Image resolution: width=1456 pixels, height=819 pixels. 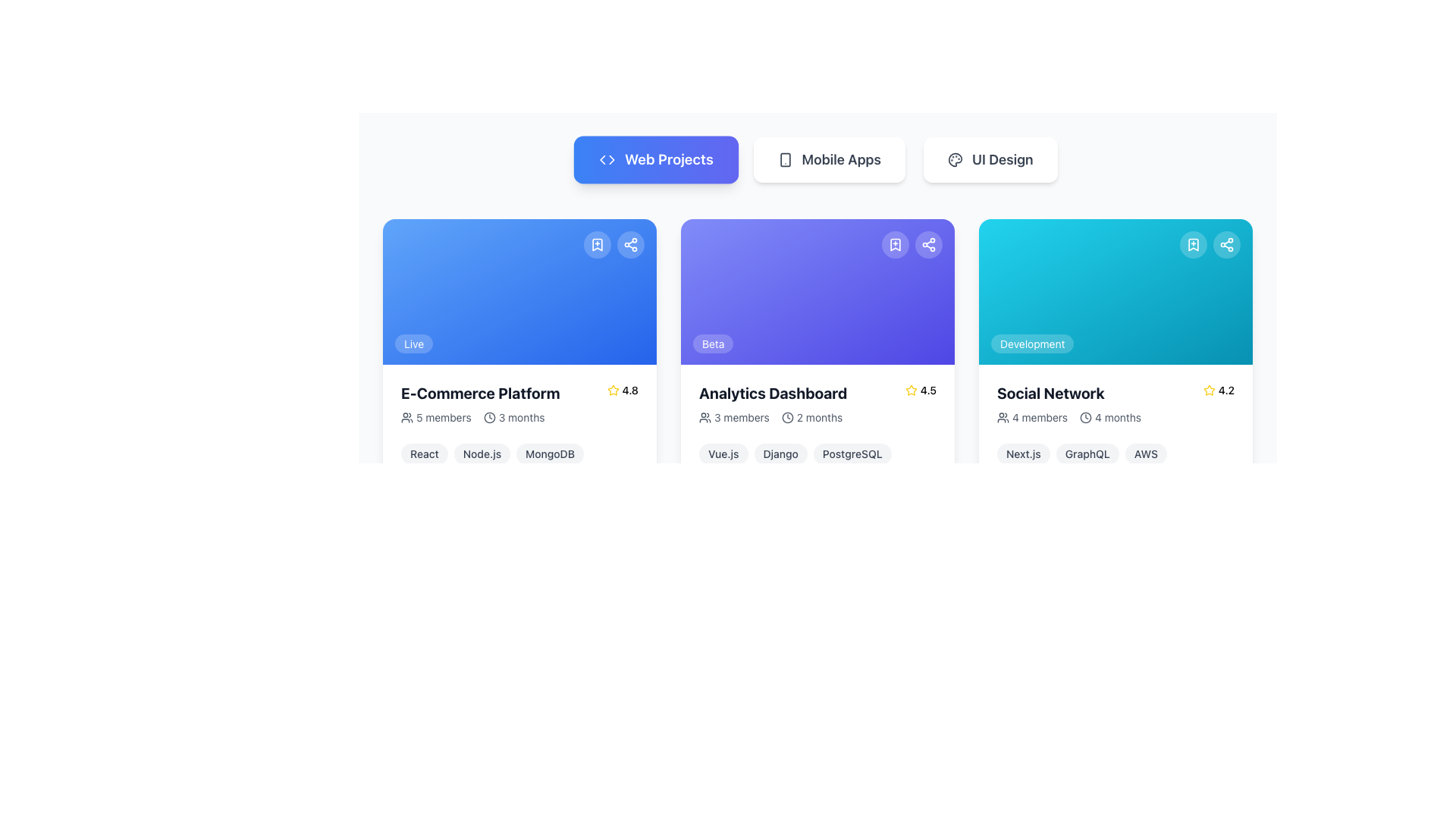 I want to click on text 'GraphQL' within the pill-shaped tag that has a light gray background and is located below the 'Social Network' card, positioned between 'Next.js' and 'AWS', so click(x=1087, y=453).